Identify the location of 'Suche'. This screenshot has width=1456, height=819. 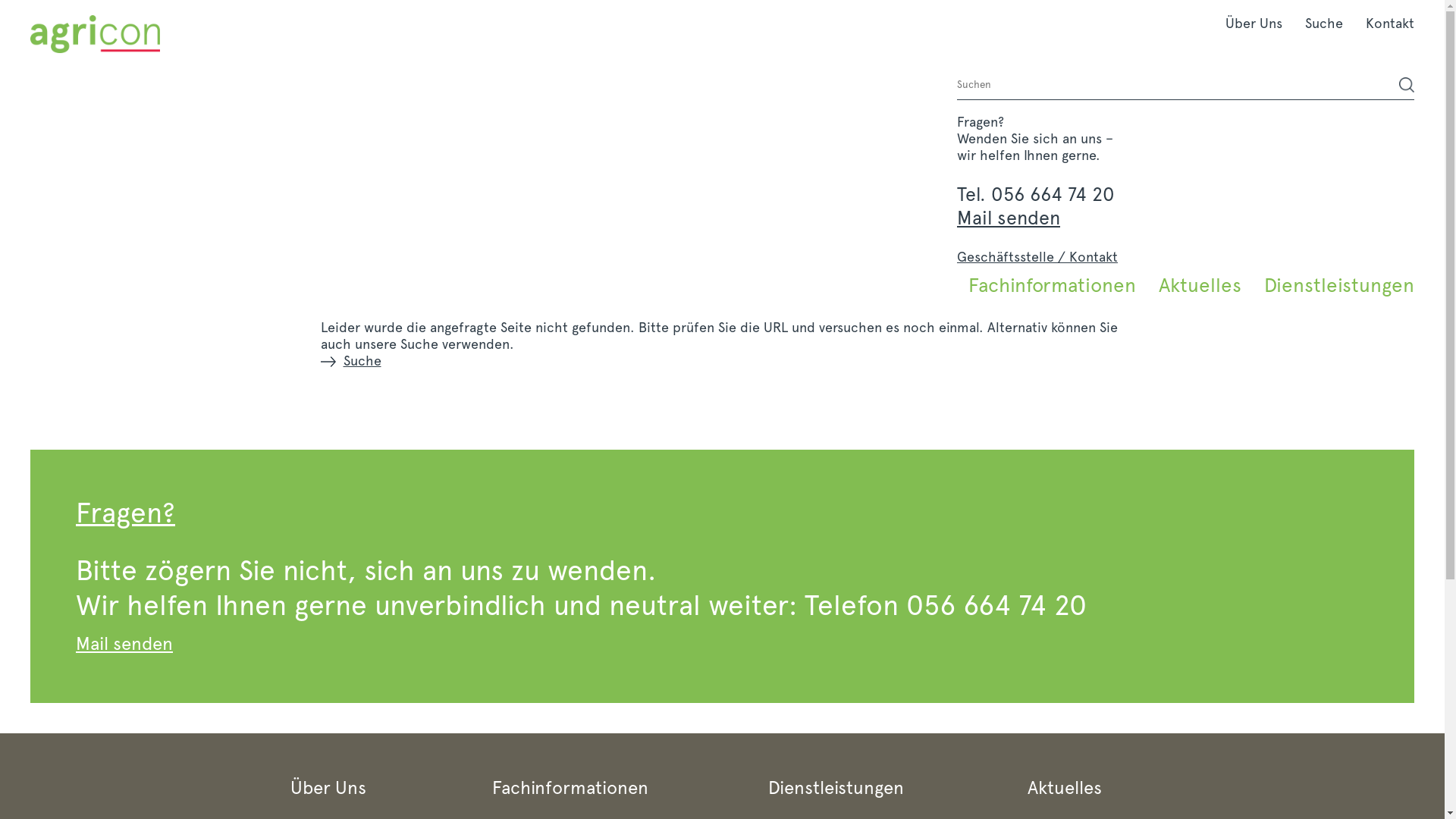
(1323, 23).